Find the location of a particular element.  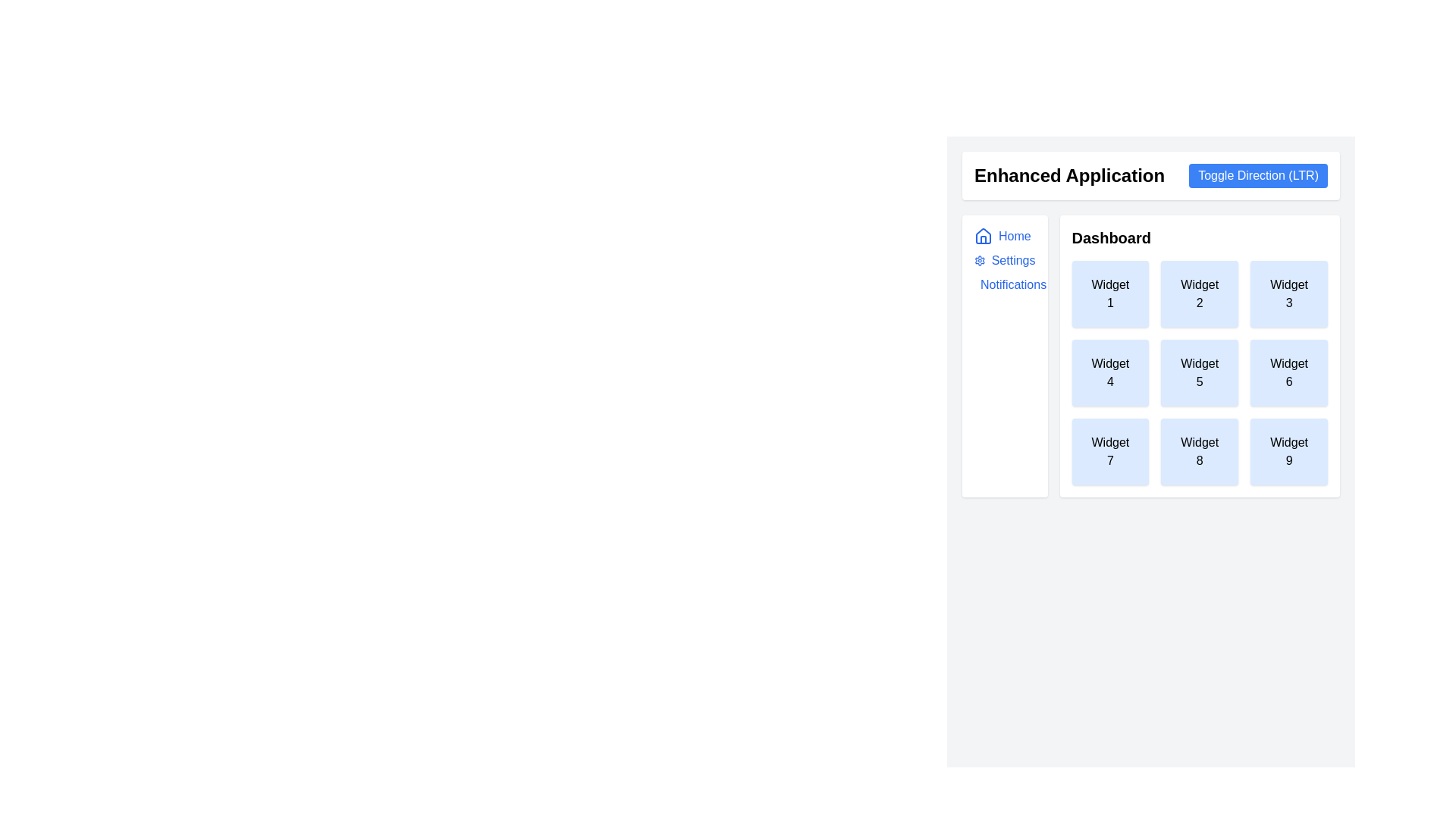

the rectangular widget labeled 'Widget 1' with a light blue background and rounded corners, located at the top-left corner of the grid in the 'Dashboard' is located at coordinates (1110, 294).